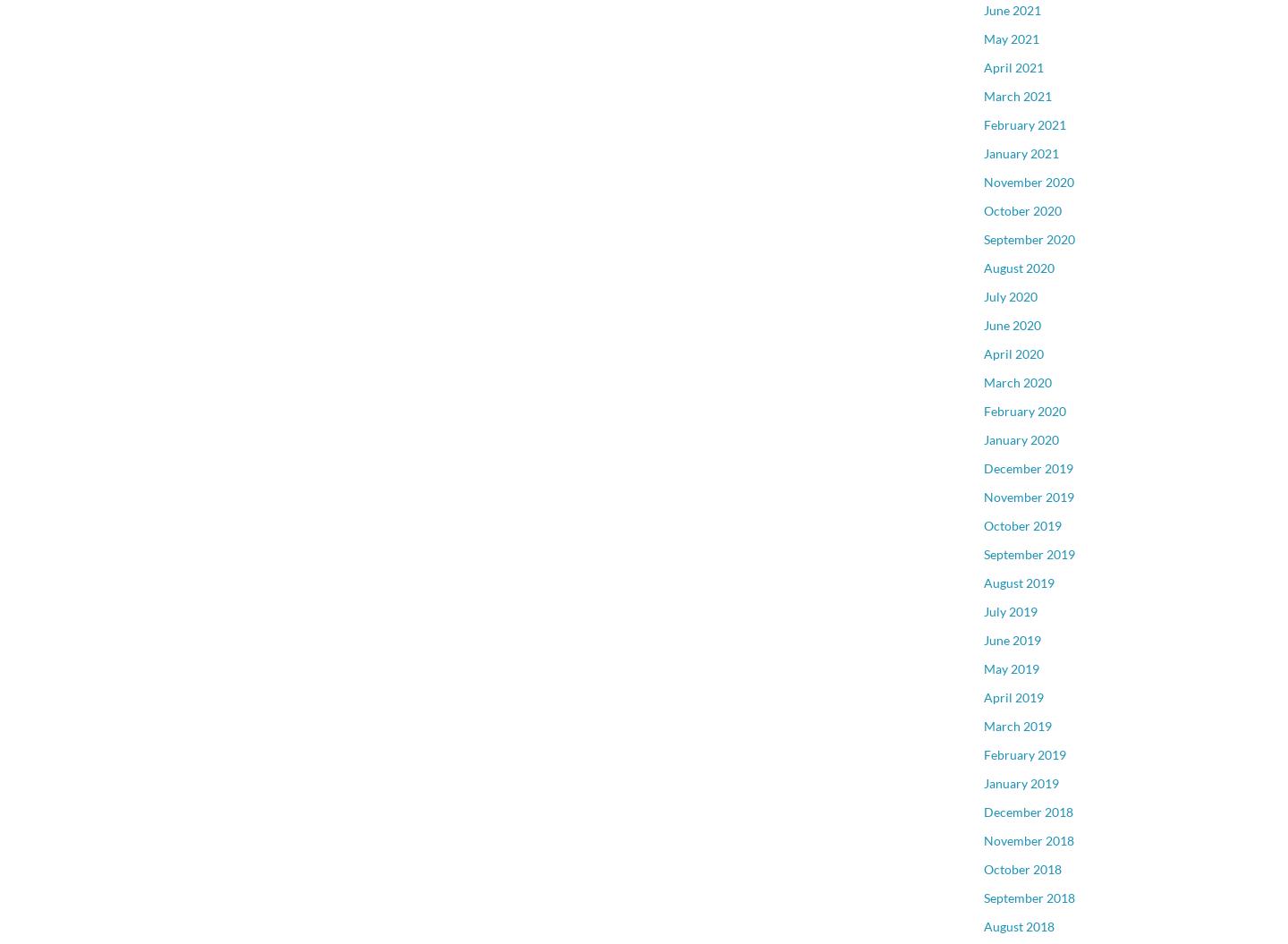  What do you see at coordinates (1083, 268) in the screenshot?
I see `'Sunnyside Park Surrey, South Surrey White Rock'` at bounding box center [1083, 268].